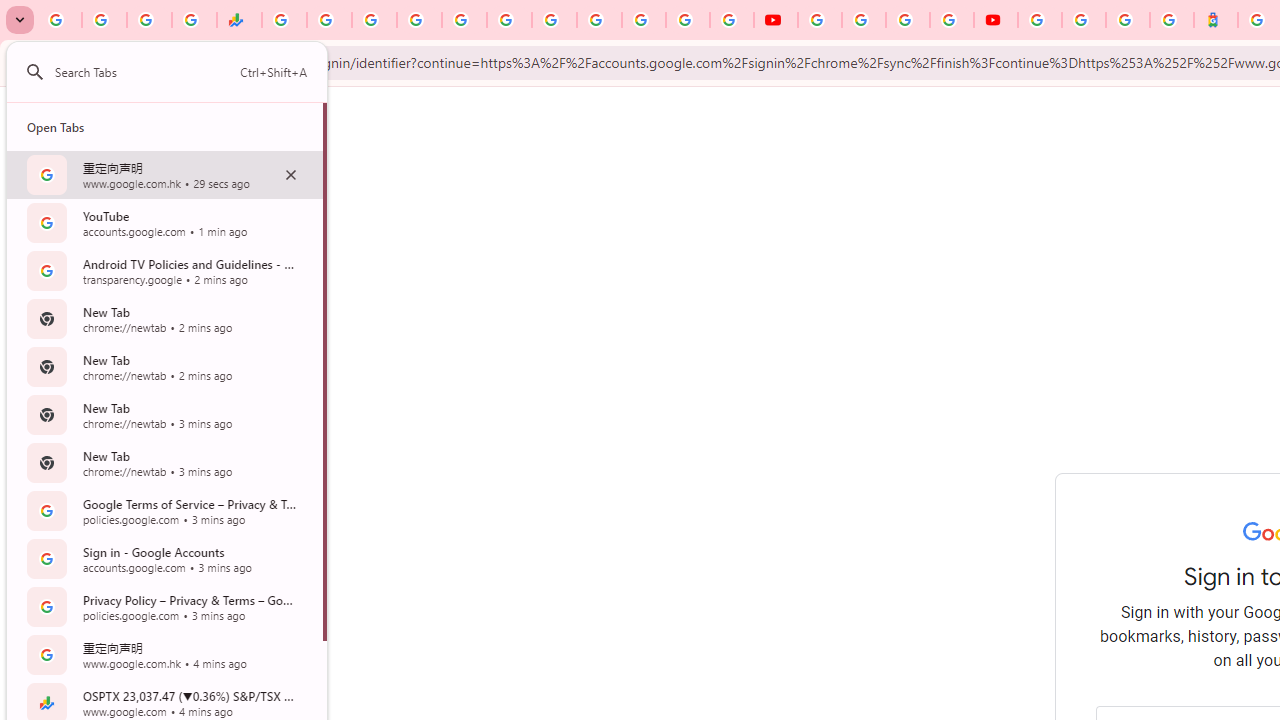 This screenshot has width=1280, height=720. Describe the element at coordinates (181, 71) in the screenshot. I see `'Search Tabs Ctrl+Shift+A Found 60 Tabs'` at that location.